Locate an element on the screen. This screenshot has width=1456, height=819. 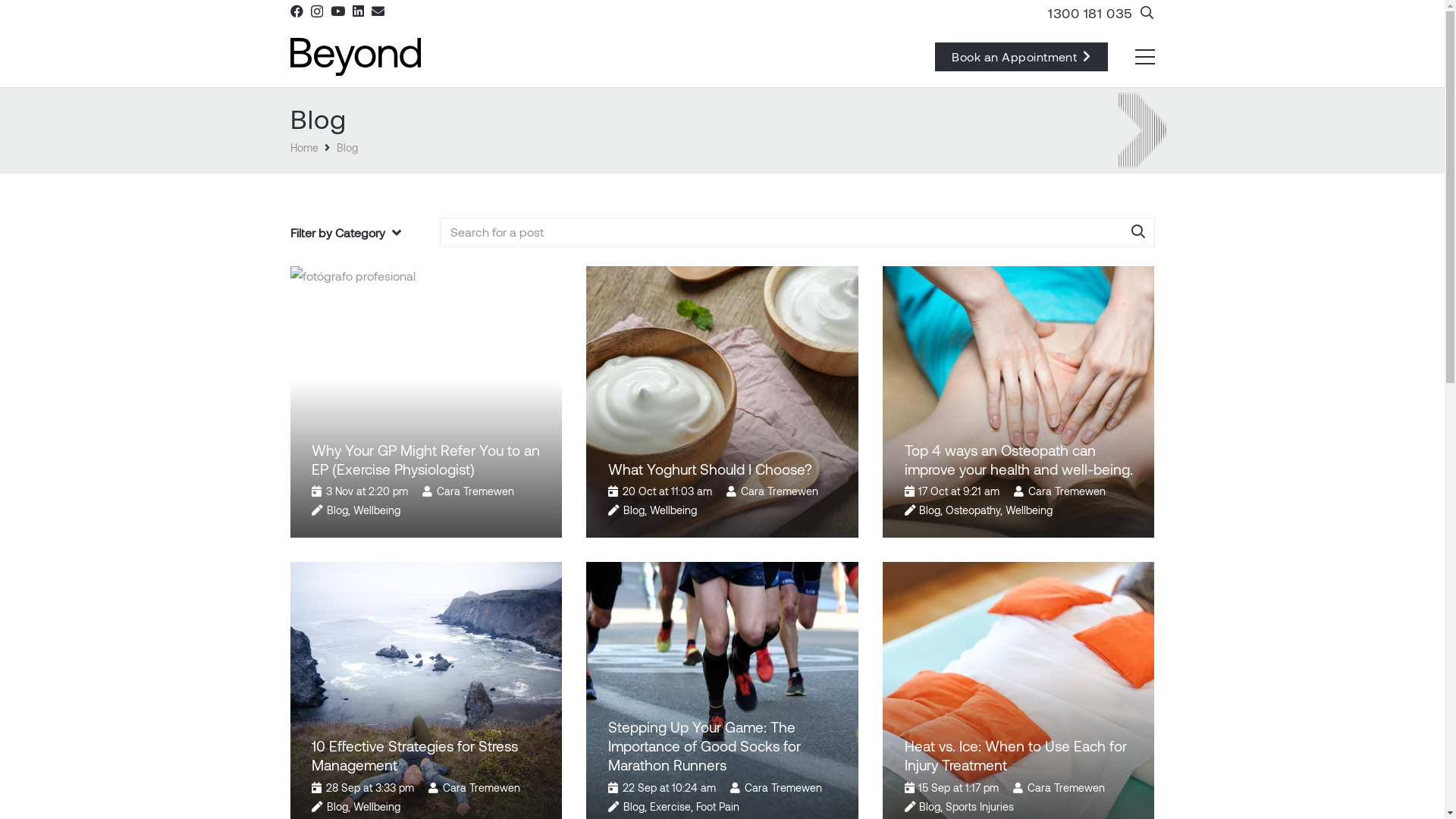
'Foot Pain' is located at coordinates (717, 805).